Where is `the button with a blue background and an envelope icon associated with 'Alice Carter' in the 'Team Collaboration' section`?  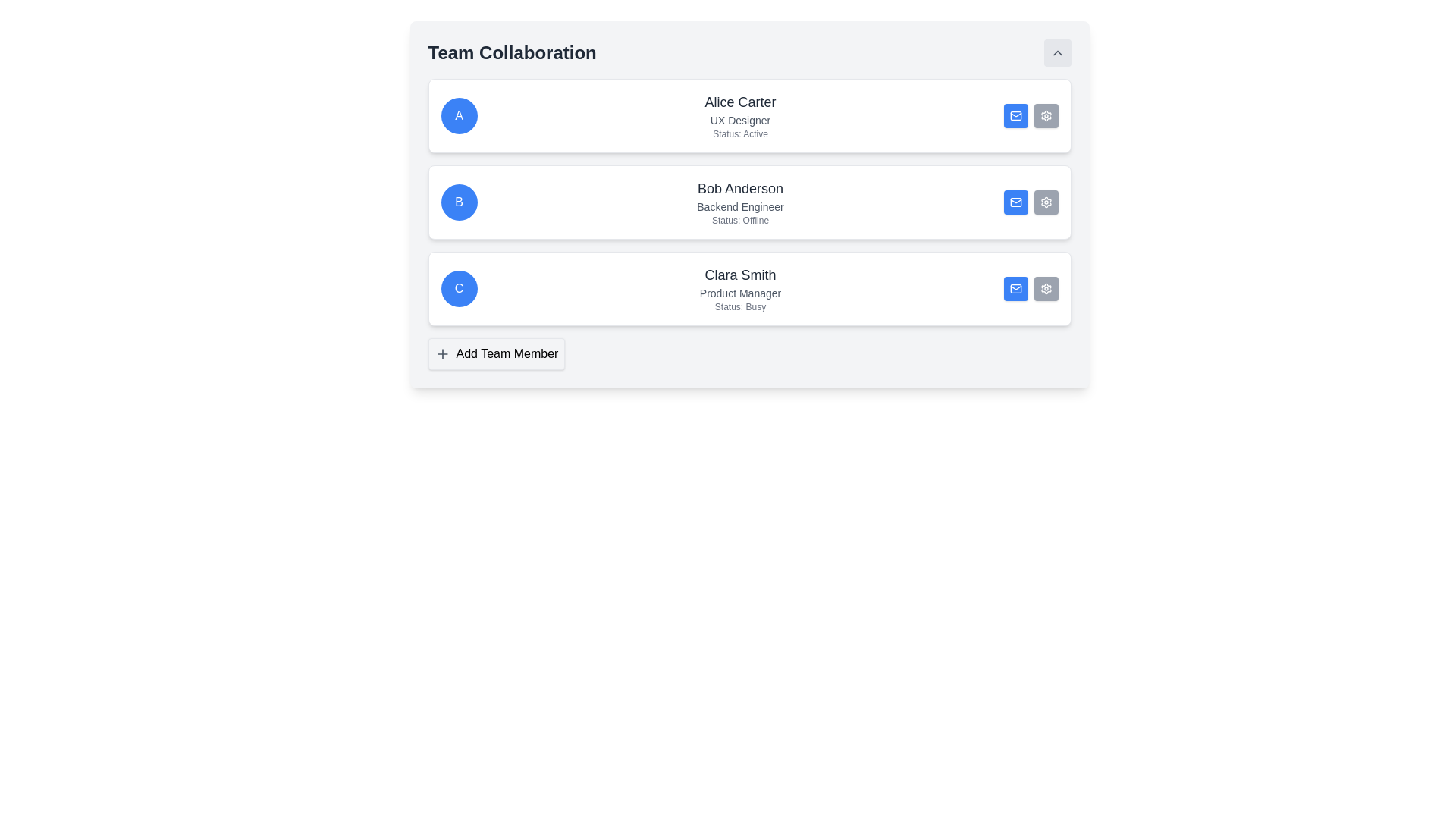
the button with a blue background and an envelope icon associated with 'Alice Carter' in the 'Team Collaboration' section is located at coordinates (1015, 115).